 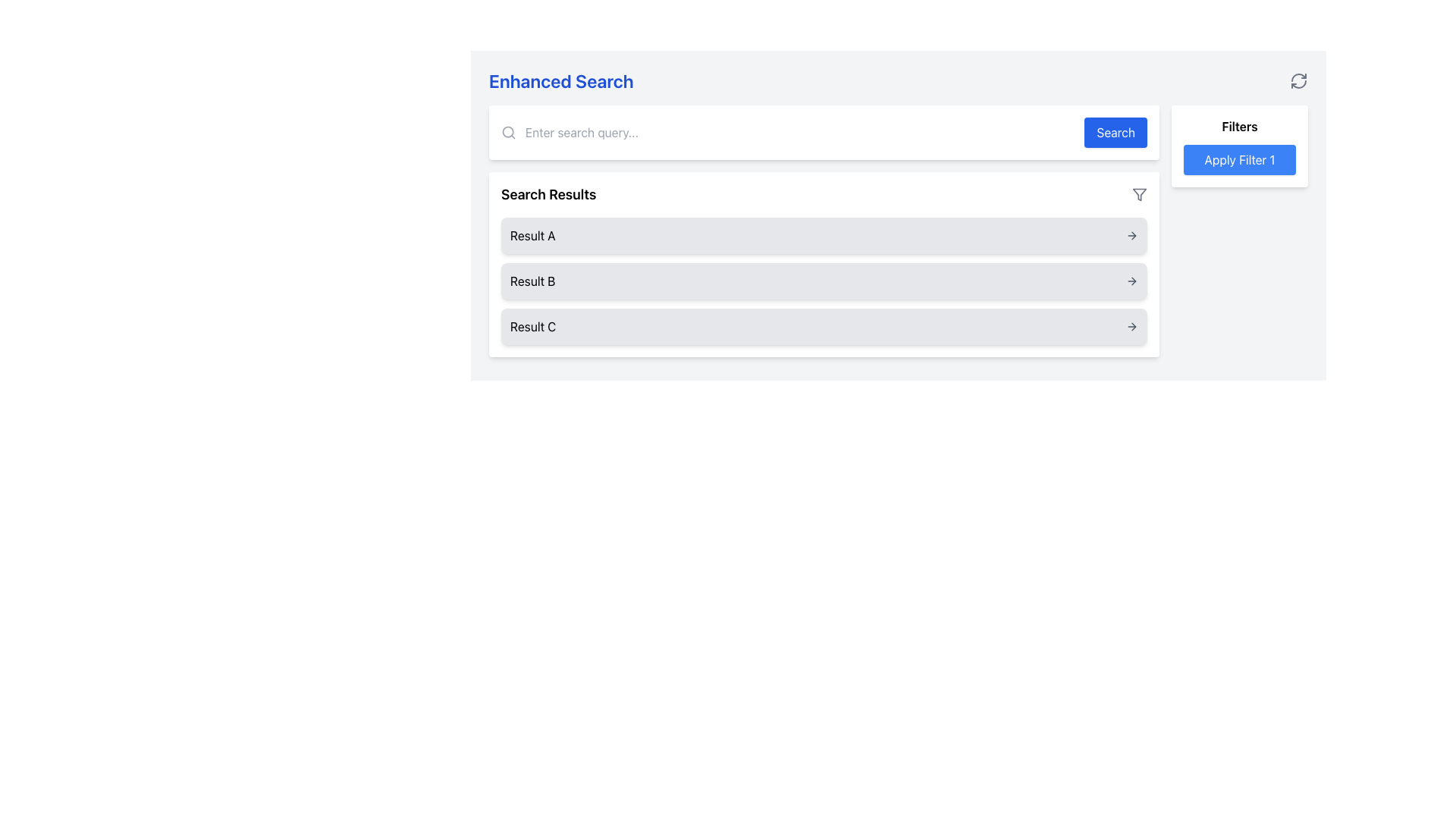 What do you see at coordinates (1131, 236) in the screenshot?
I see `the navigation icon located at the far-right inside the panel labeled 'Result A', below the search bar in the 'Search Results' section` at bounding box center [1131, 236].